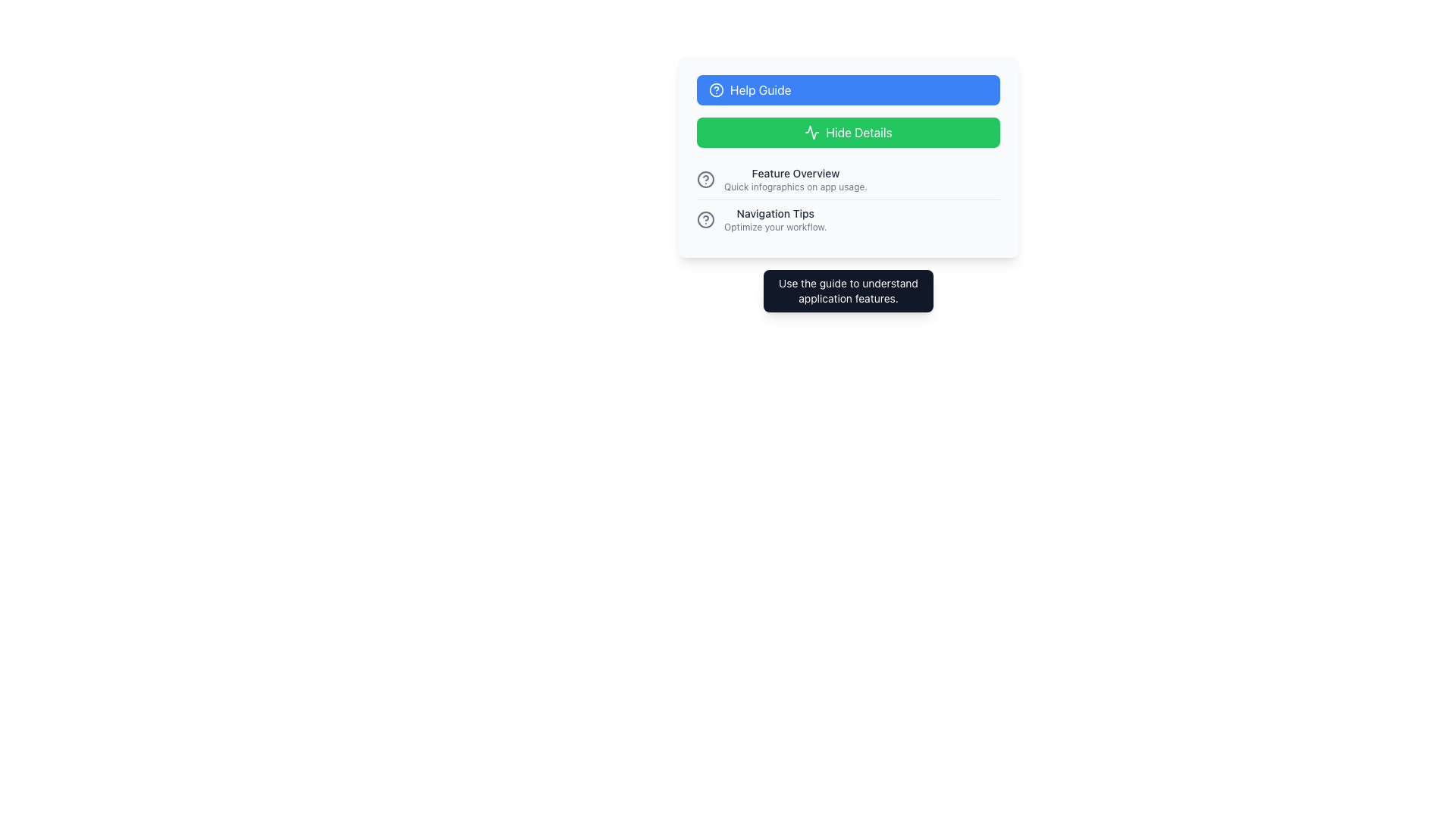 The image size is (1456, 819). Describe the element at coordinates (795, 178) in the screenshot. I see `the informational text block that displays 'Feature Overview' in bold black font and 'Quick infographics on app usage.' in smaller gray font, positioned centrally below the 'Hide Details' button` at that location.